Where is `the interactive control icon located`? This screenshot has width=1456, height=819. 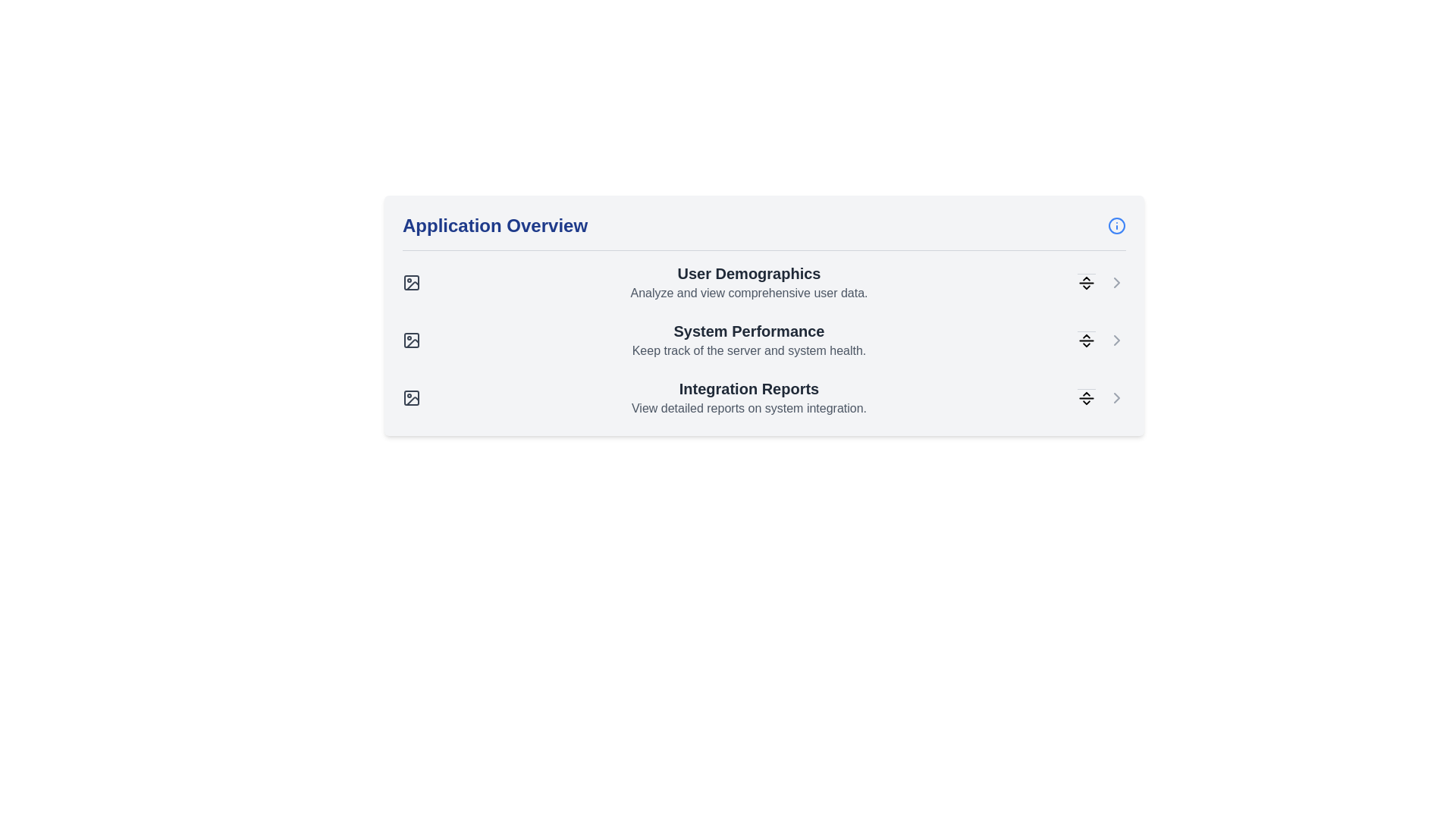
the interactive control icon located is located at coordinates (1086, 339).